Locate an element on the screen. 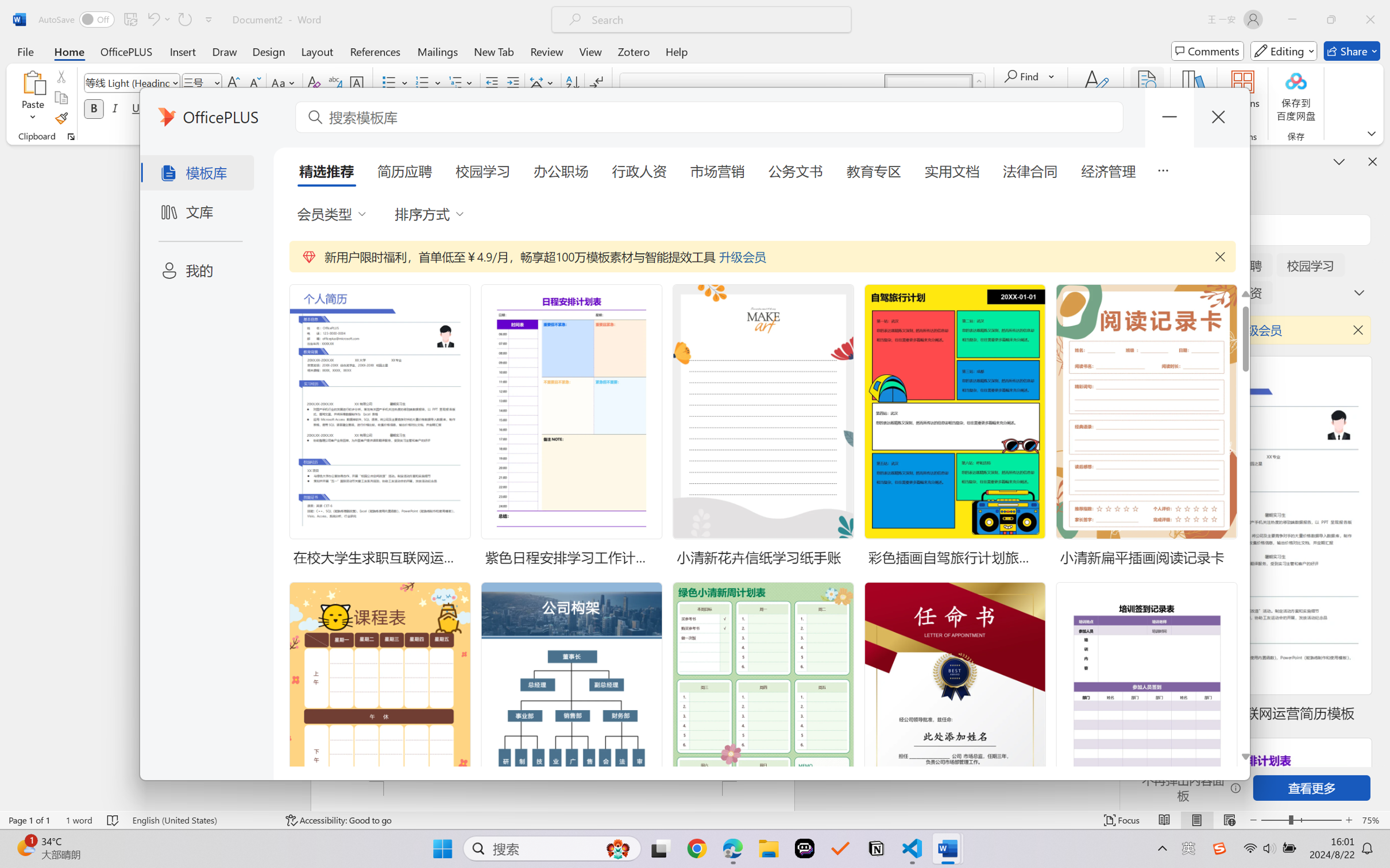 Image resolution: width=1390 pixels, height=868 pixels. 'Undo Typing' is located at coordinates (152, 19).